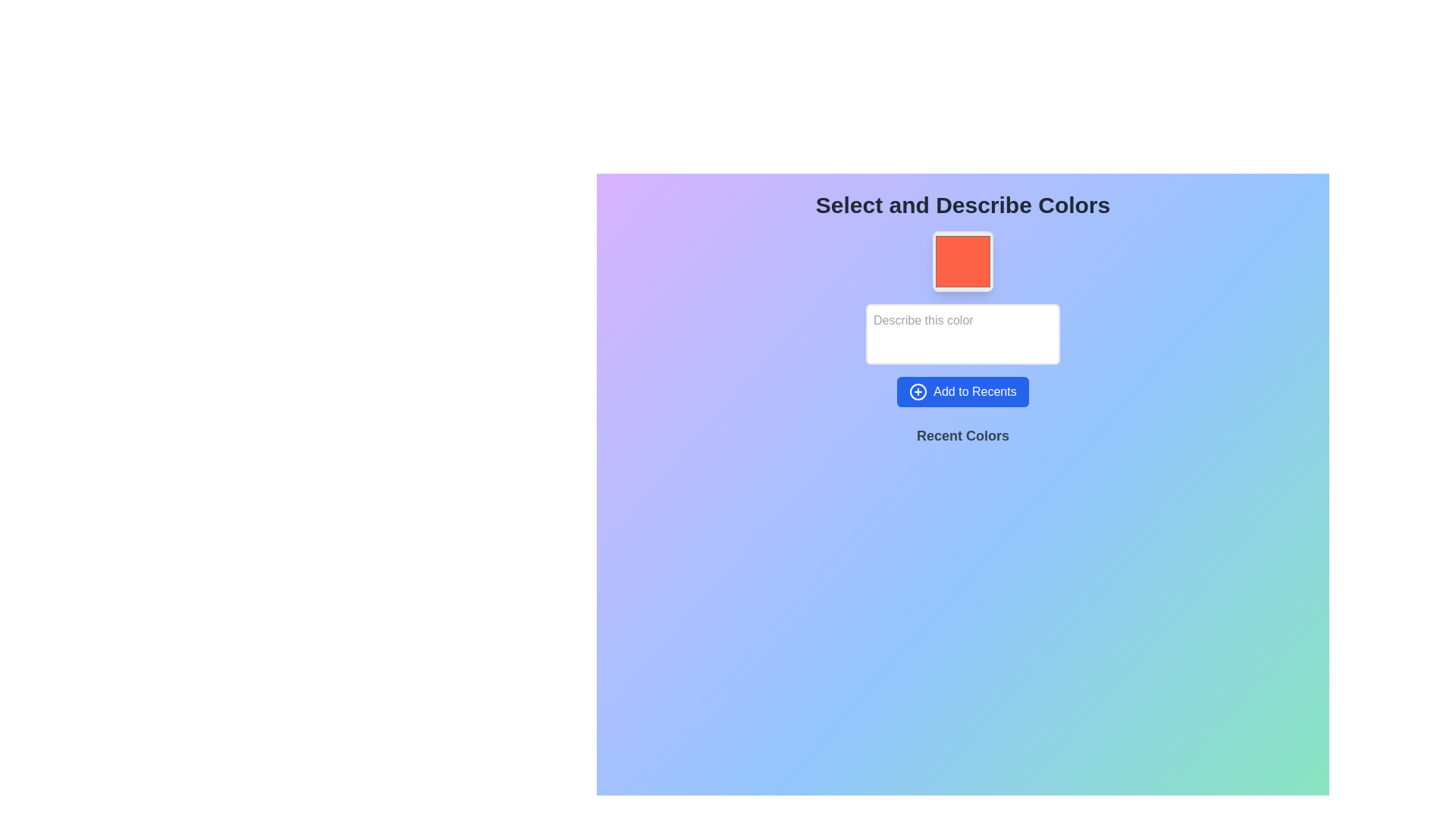 This screenshot has width=1456, height=819. I want to click on the 'Recent Colors' Text Label, which is positioned directly below the 'Add to Recents' button and serves as a heading for the subsequent section, so click(962, 441).